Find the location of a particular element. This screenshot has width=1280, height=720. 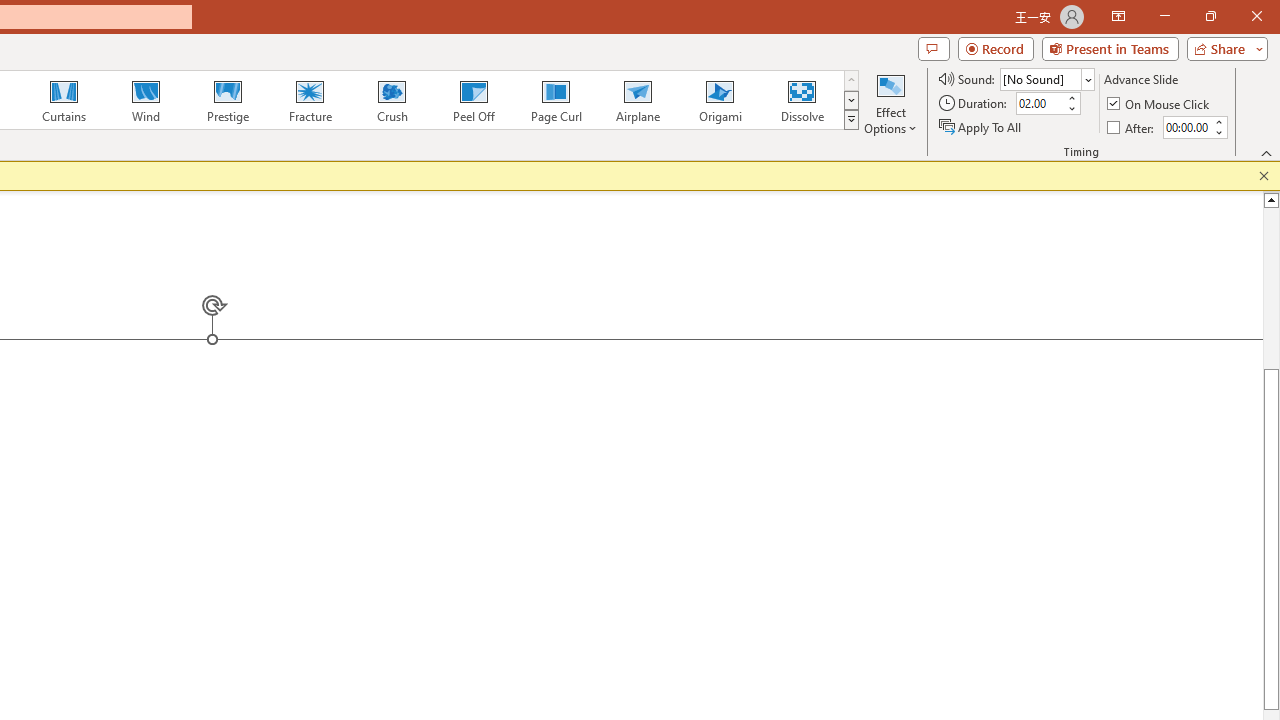

'On Mouse Click' is located at coordinates (1159, 103).